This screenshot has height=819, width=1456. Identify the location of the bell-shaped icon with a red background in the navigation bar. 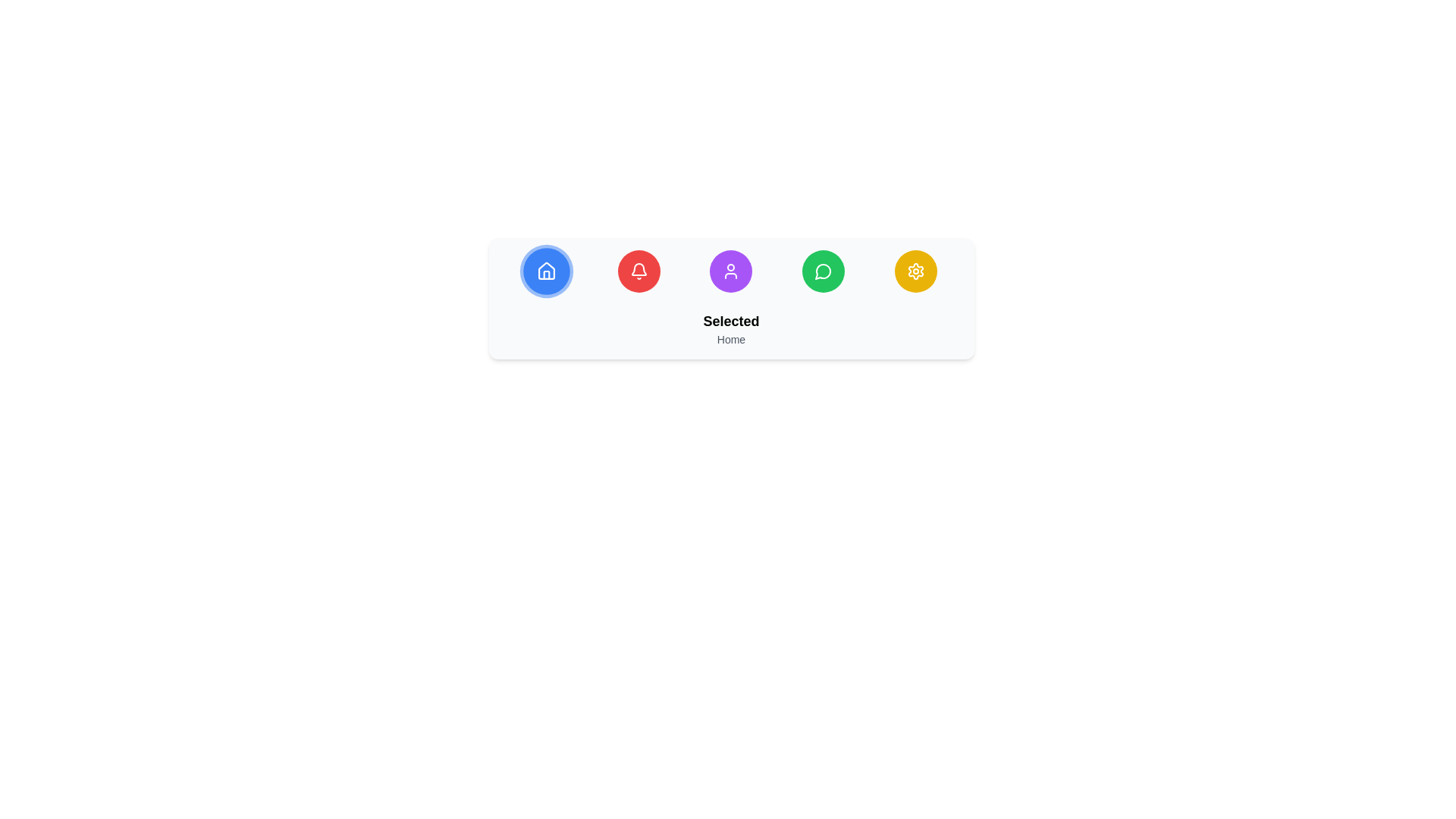
(639, 271).